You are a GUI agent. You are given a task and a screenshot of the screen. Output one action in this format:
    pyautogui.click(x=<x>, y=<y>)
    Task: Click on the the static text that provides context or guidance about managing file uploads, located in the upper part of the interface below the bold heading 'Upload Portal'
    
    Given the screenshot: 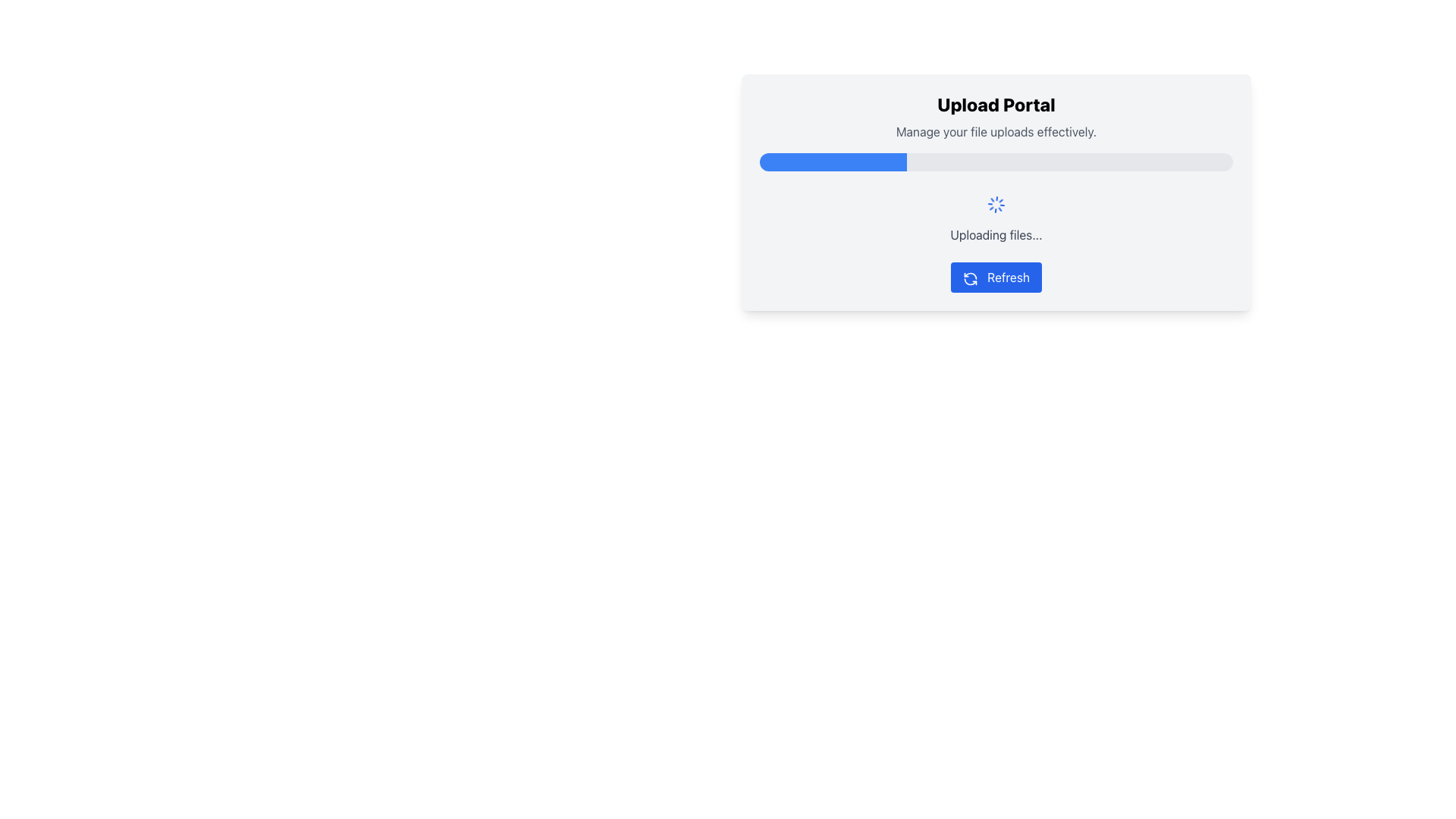 What is the action you would take?
    pyautogui.click(x=996, y=130)
    